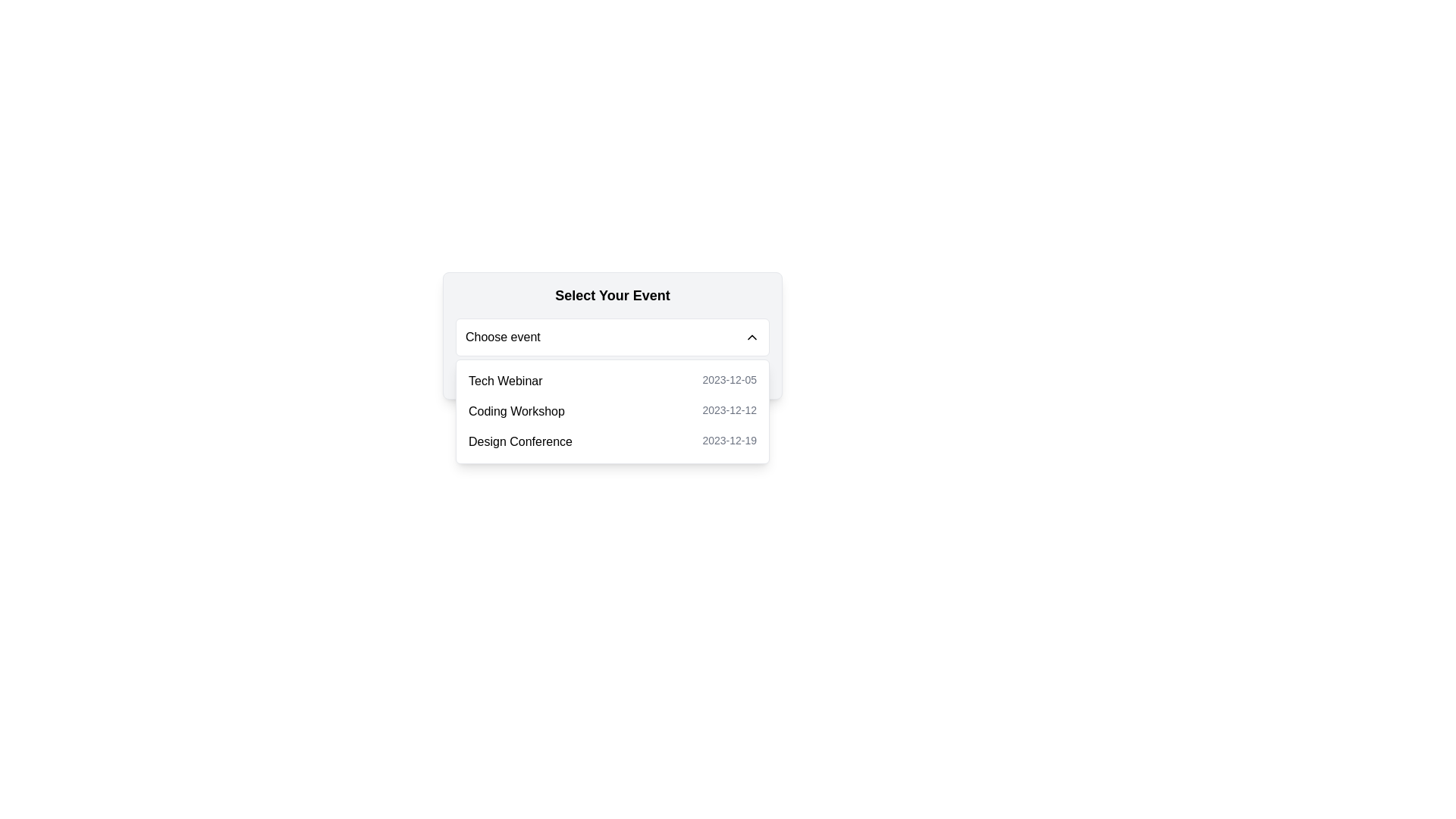 Image resolution: width=1456 pixels, height=819 pixels. I want to click on the dropdown menu item labeled 'Coding Workshop', so click(612, 412).